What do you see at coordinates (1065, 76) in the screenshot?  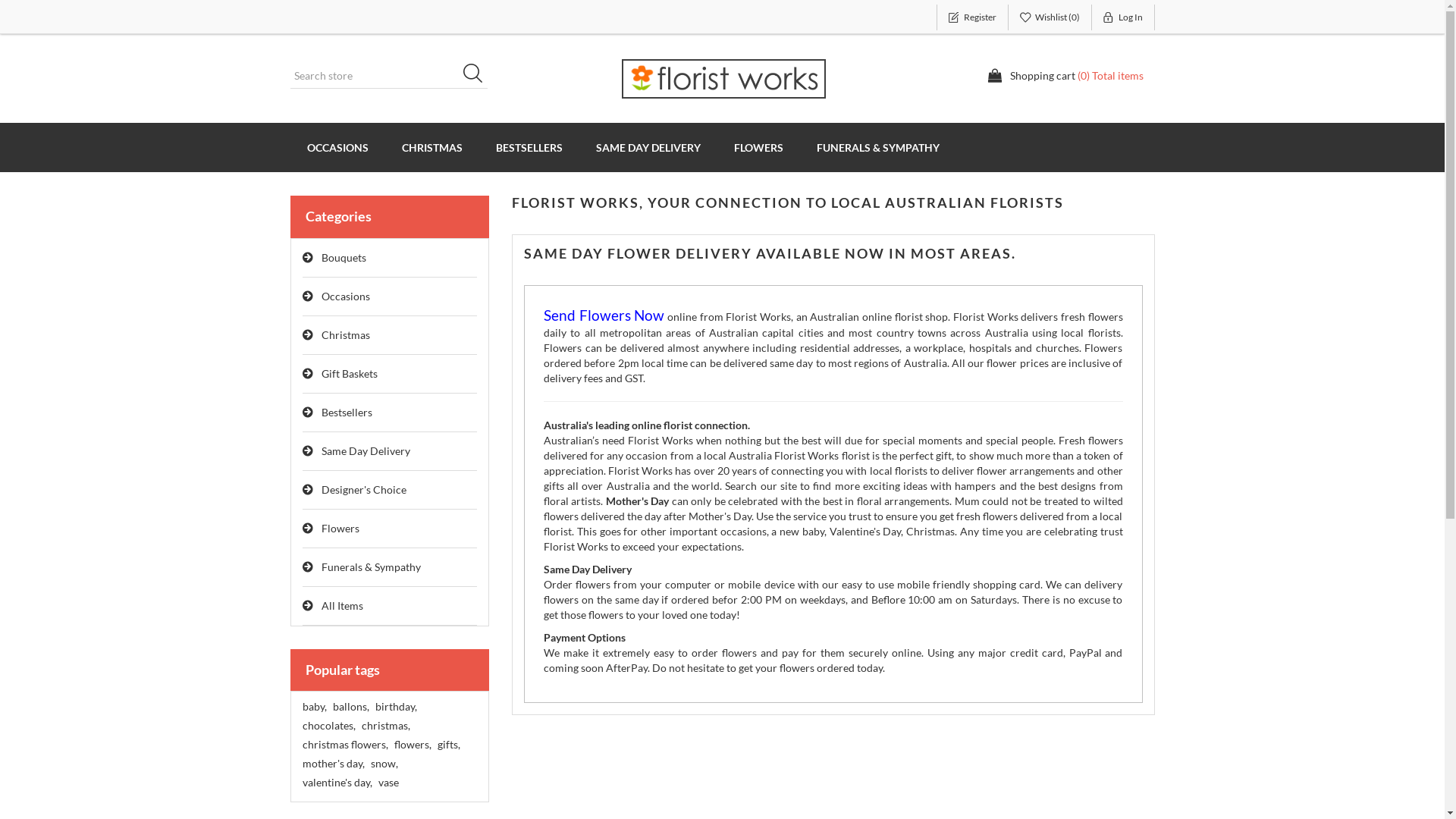 I see `'Shopping cart (0) Total items'` at bounding box center [1065, 76].